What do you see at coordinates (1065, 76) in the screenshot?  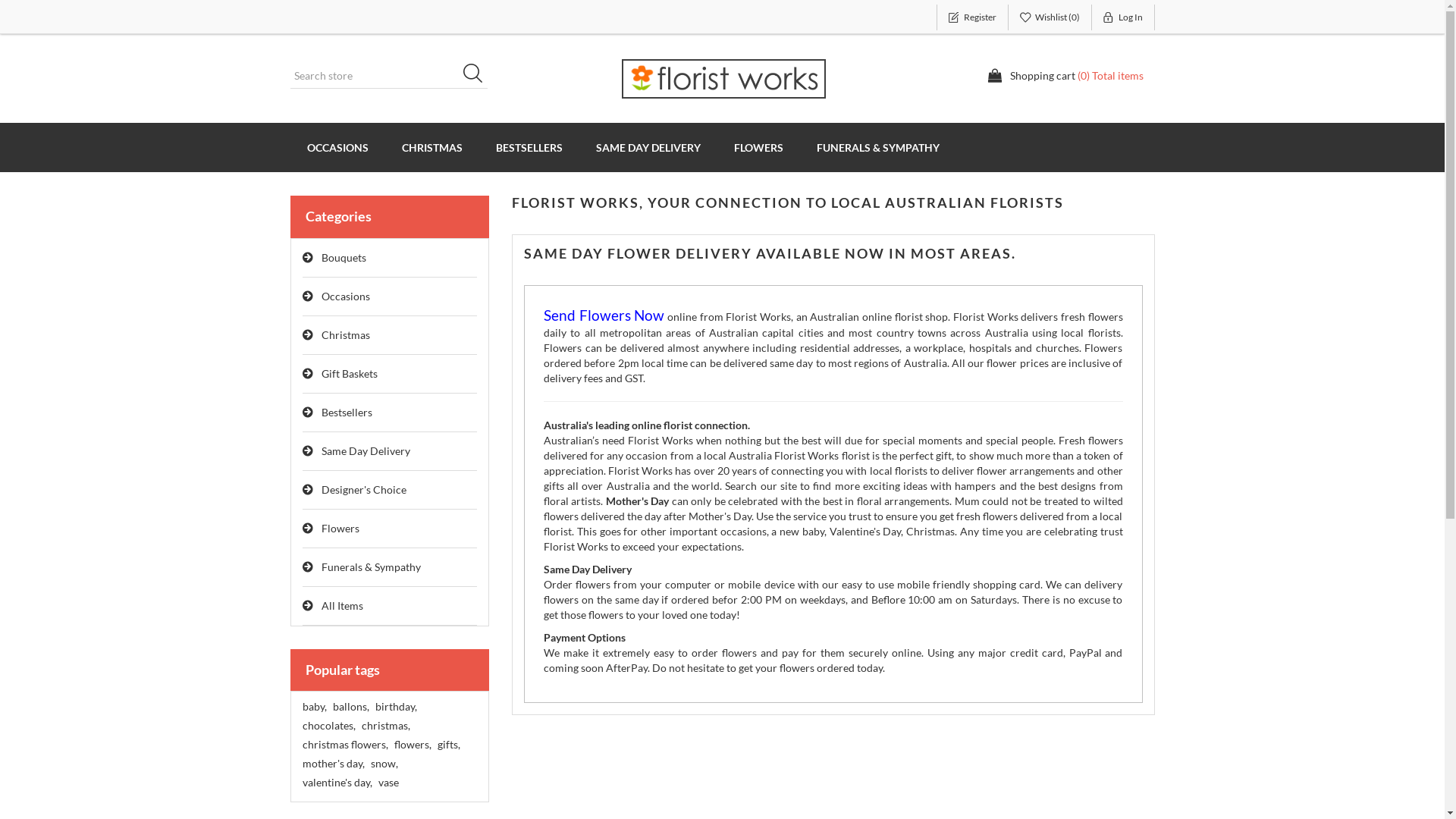 I see `'Shopping cart (0) Total items'` at bounding box center [1065, 76].